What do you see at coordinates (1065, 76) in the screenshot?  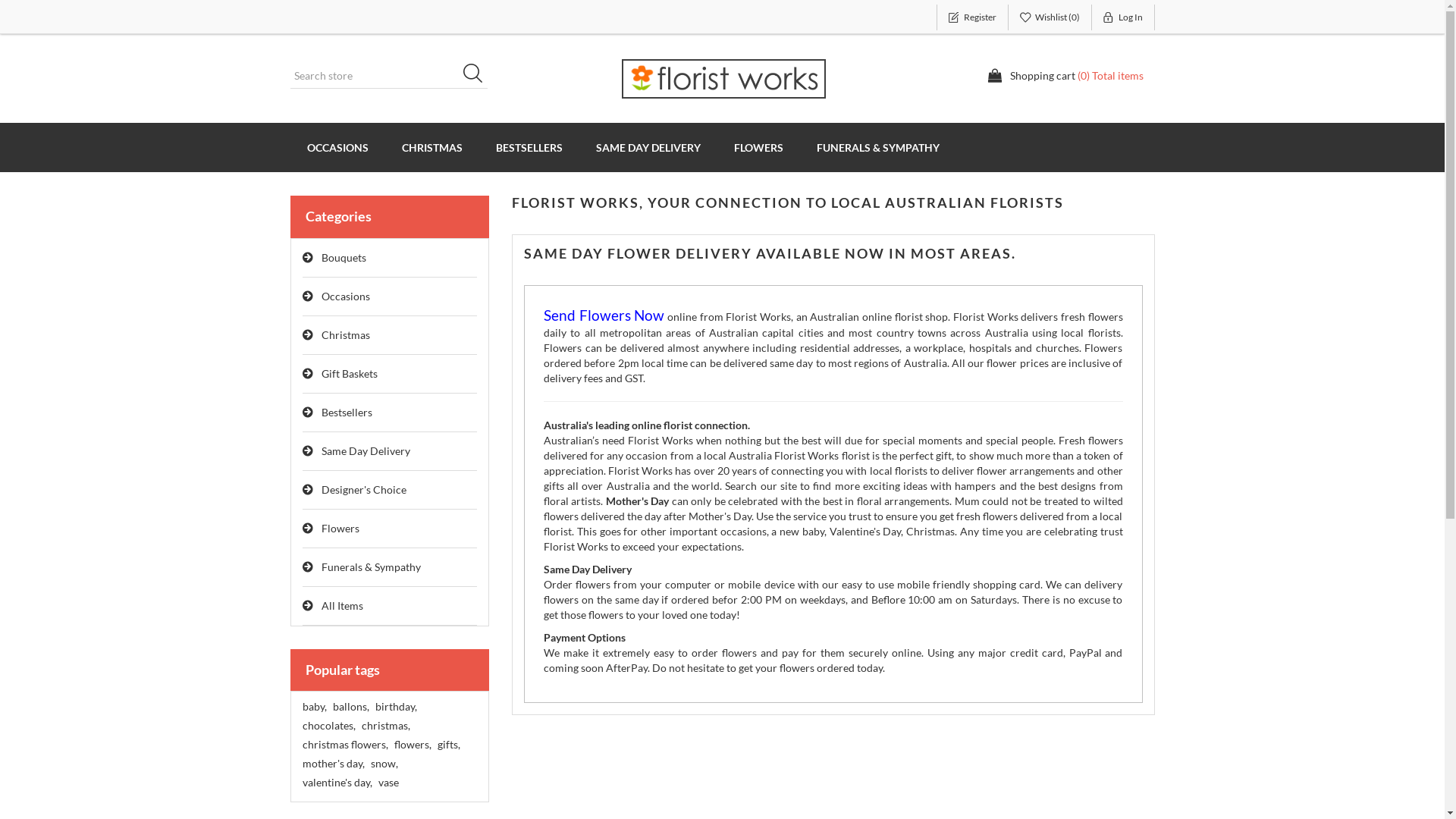 I see `'Shopping cart (0) Total items'` at bounding box center [1065, 76].